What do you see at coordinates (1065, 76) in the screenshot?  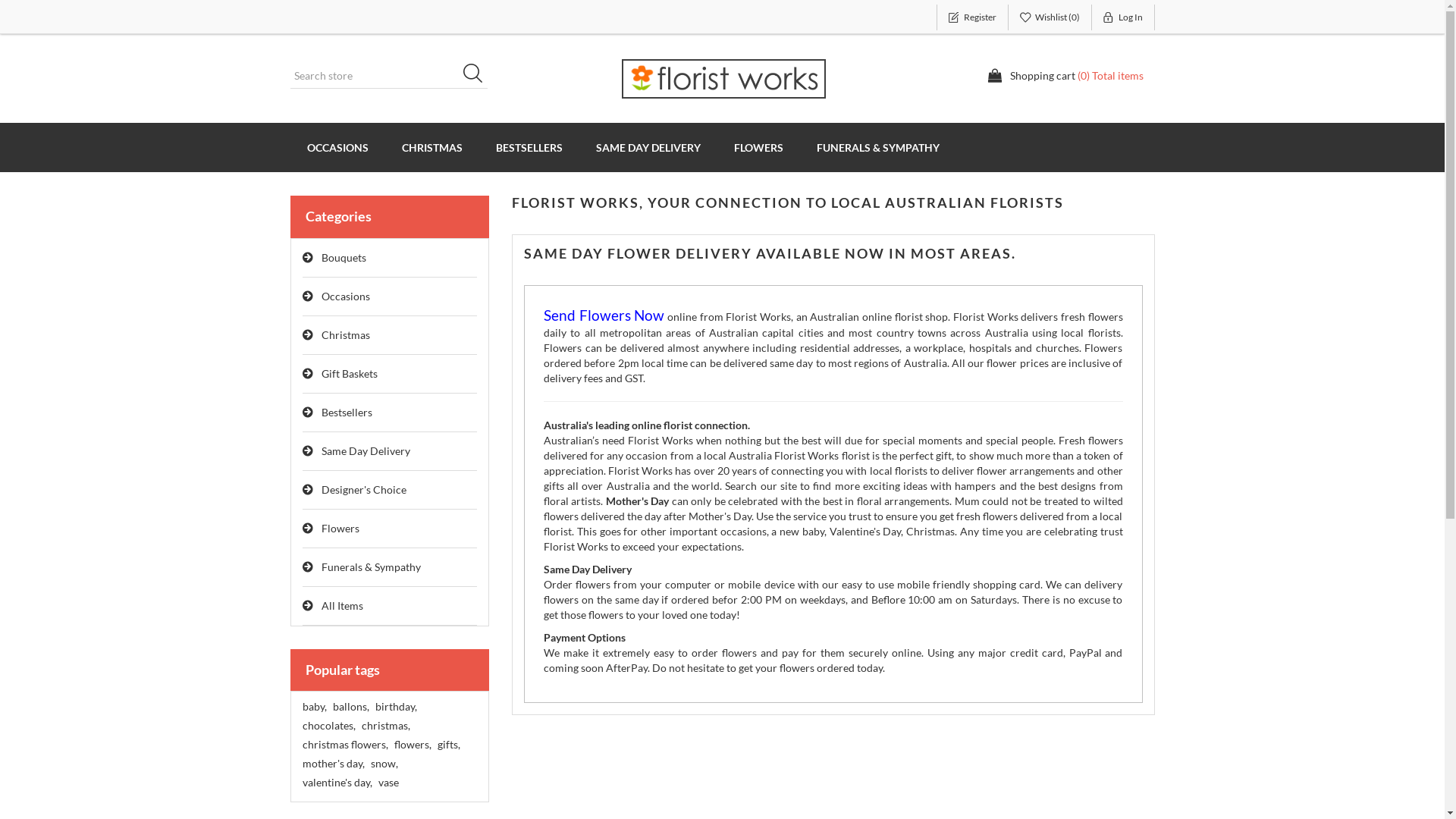 I see `'Shopping cart (0) Total items'` at bounding box center [1065, 76].